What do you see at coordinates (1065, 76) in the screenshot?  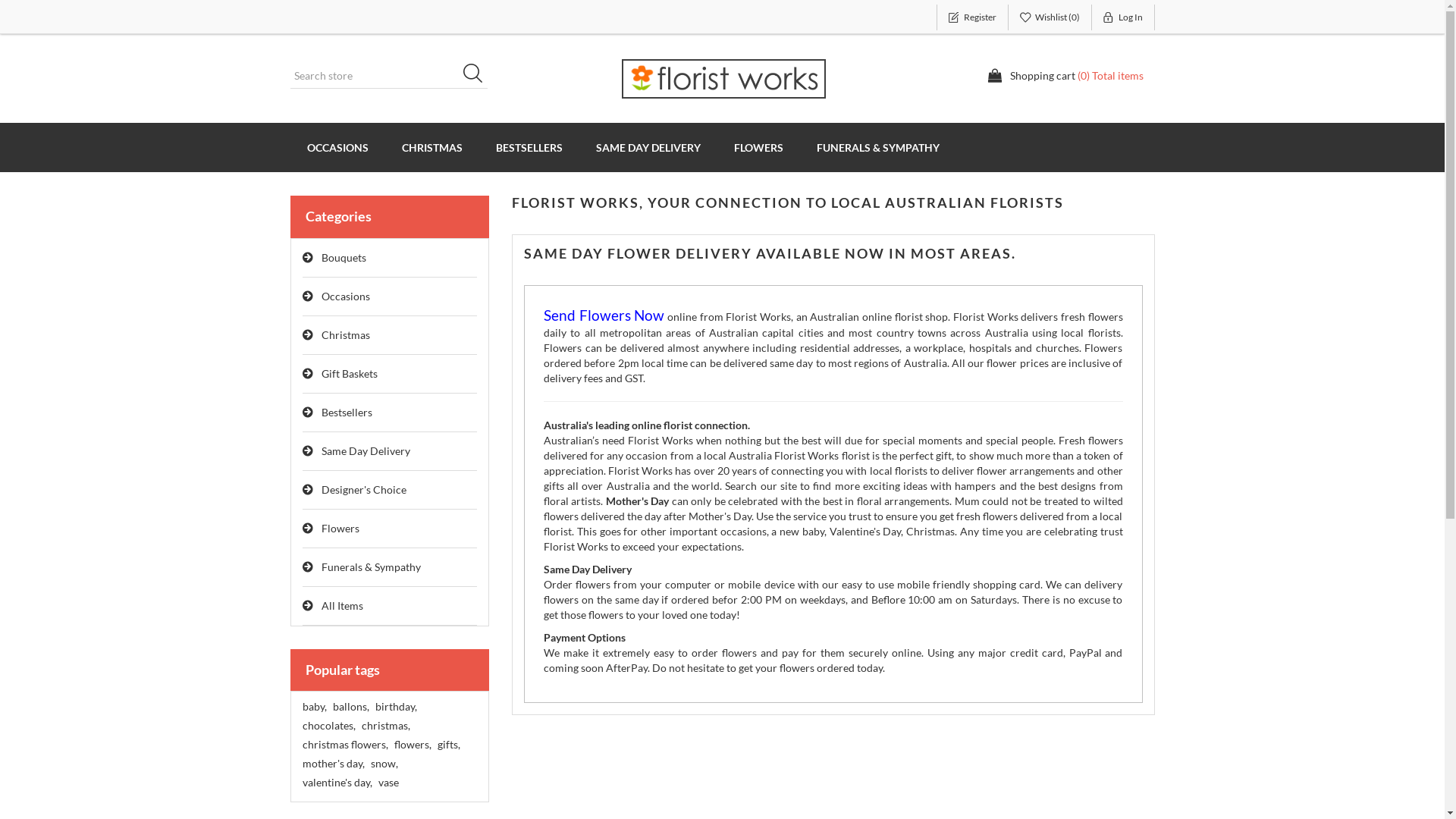 I see `'Shopping cart (0) Total items'` at bounding box center [1065, 76].